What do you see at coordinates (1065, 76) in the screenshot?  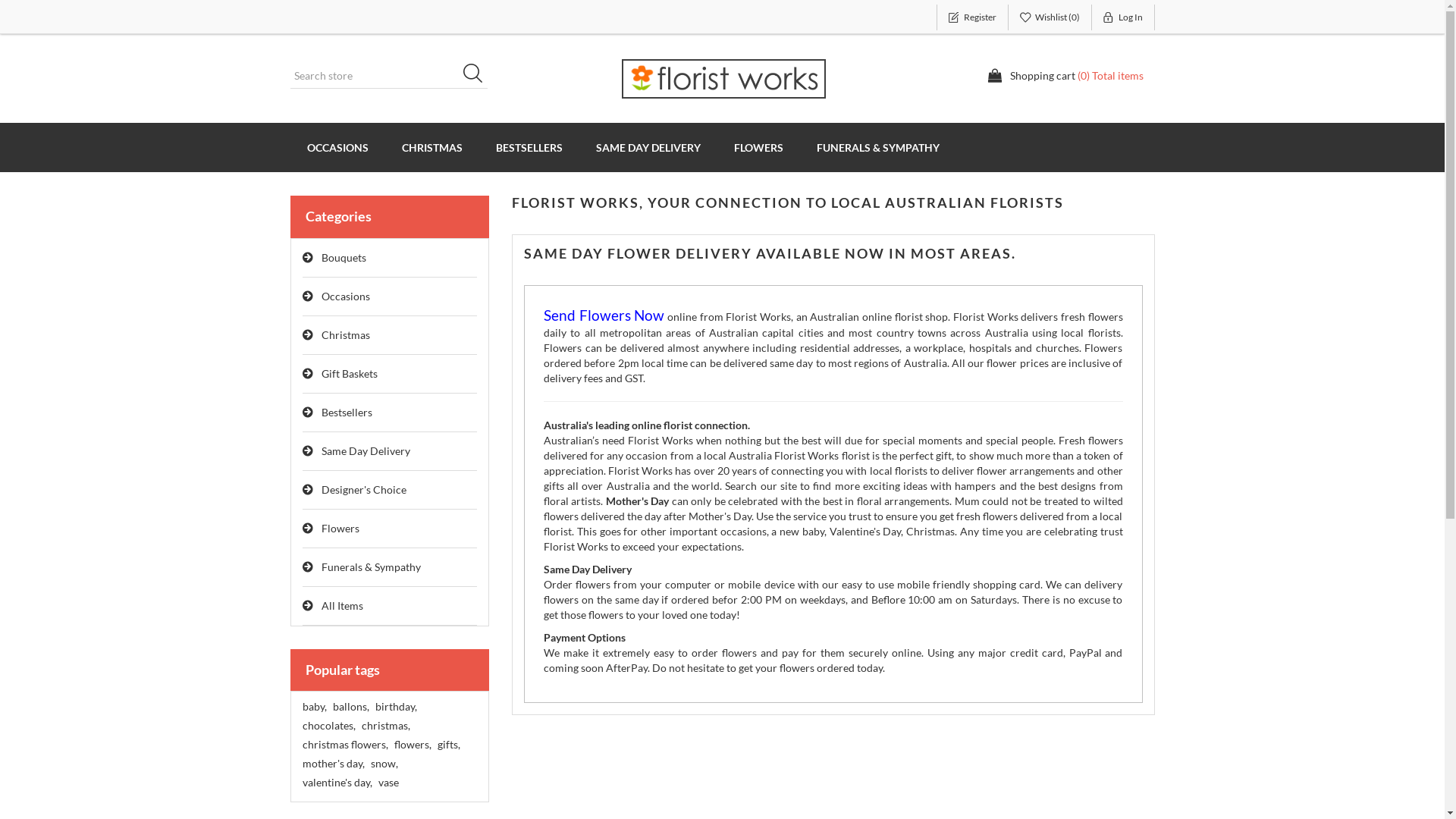 I see `'Shopping cart (0) Total items'` at bounding box center [1065, 76].